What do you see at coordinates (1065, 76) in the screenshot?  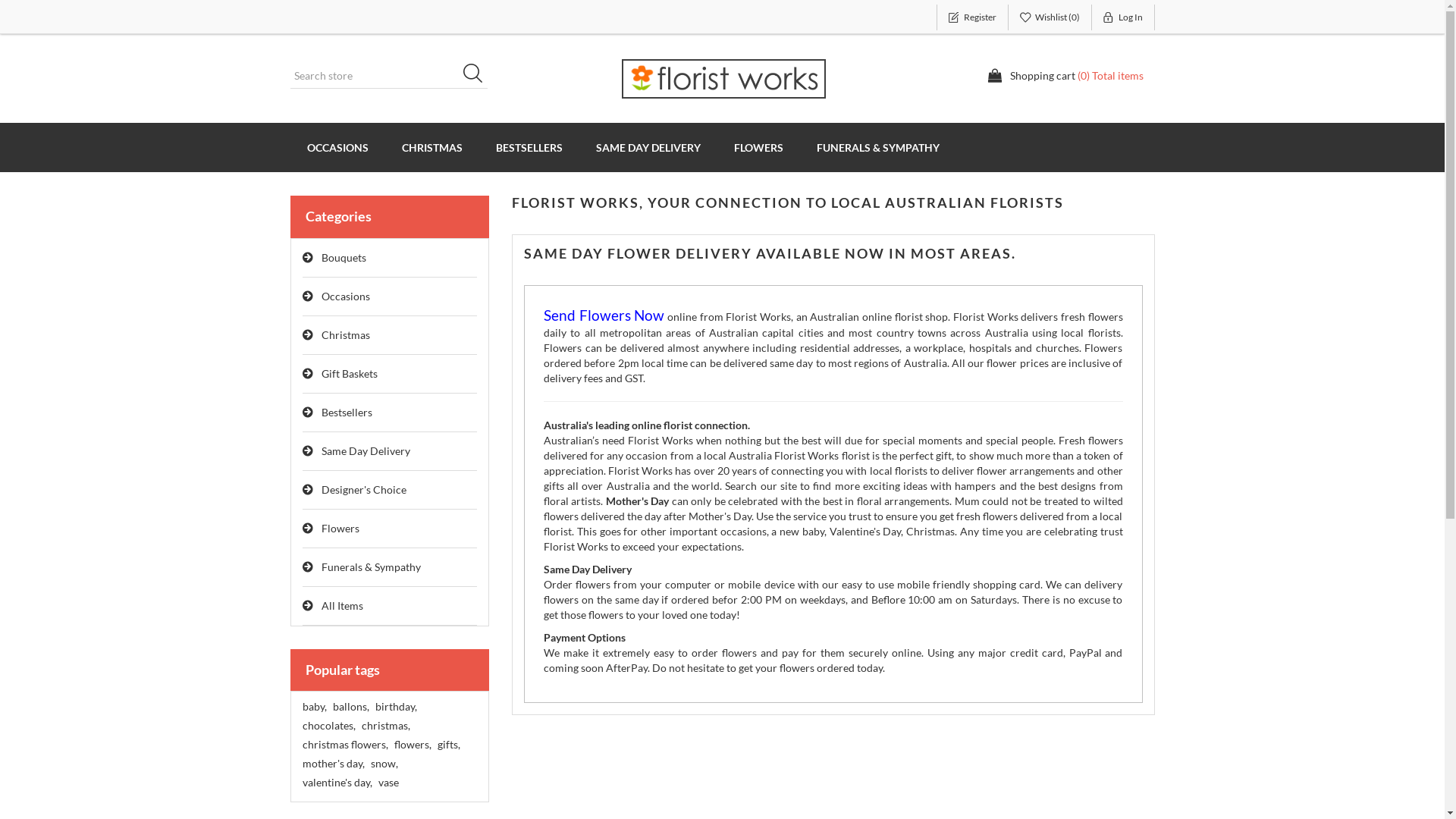 I see `'Shopping cart (0) Total items'` at bounding box center [1065, 76].